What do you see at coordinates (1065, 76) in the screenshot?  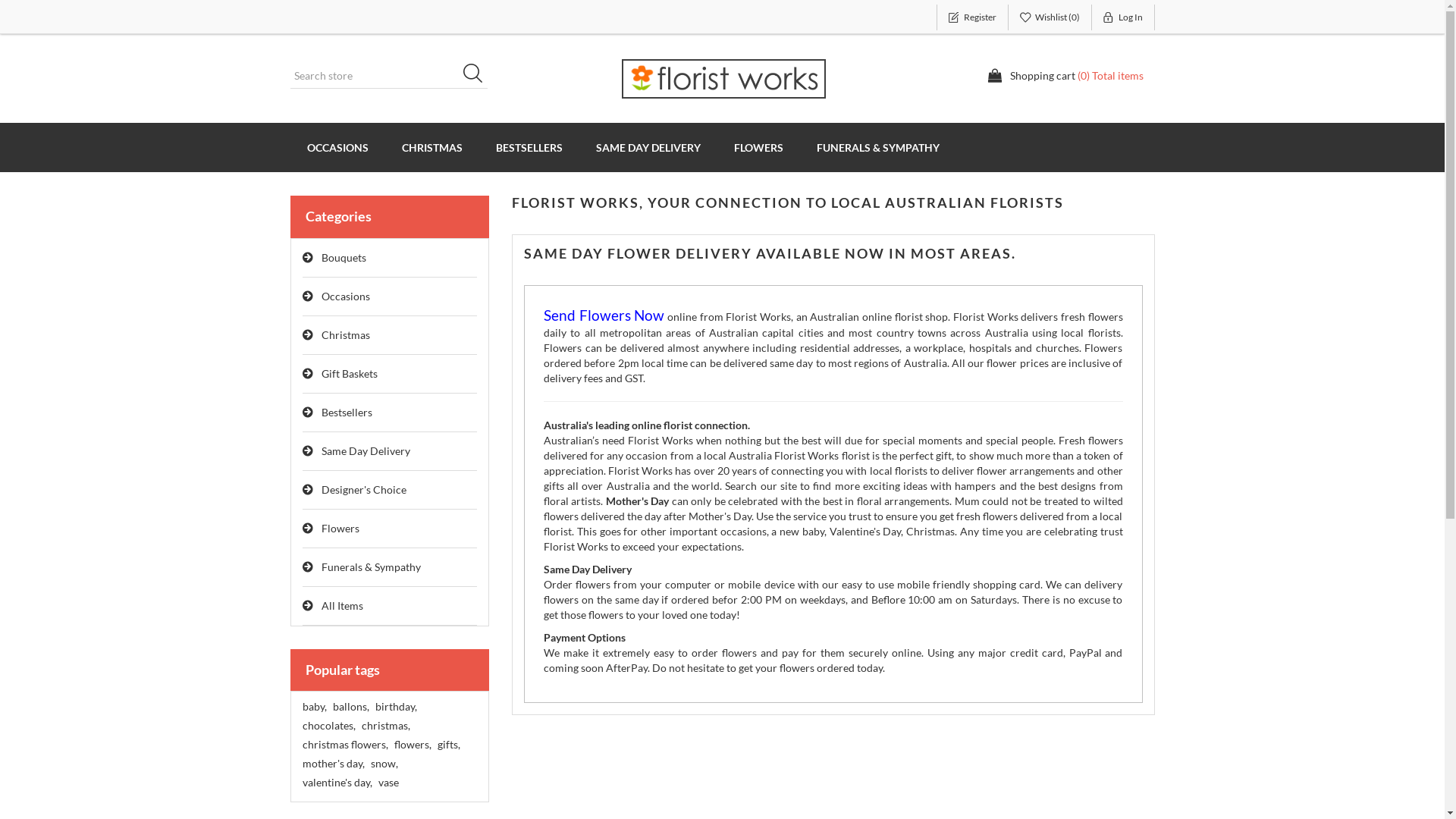 I see `'Shopping cart (0) Total items'` at bounding box center [1065, 76].